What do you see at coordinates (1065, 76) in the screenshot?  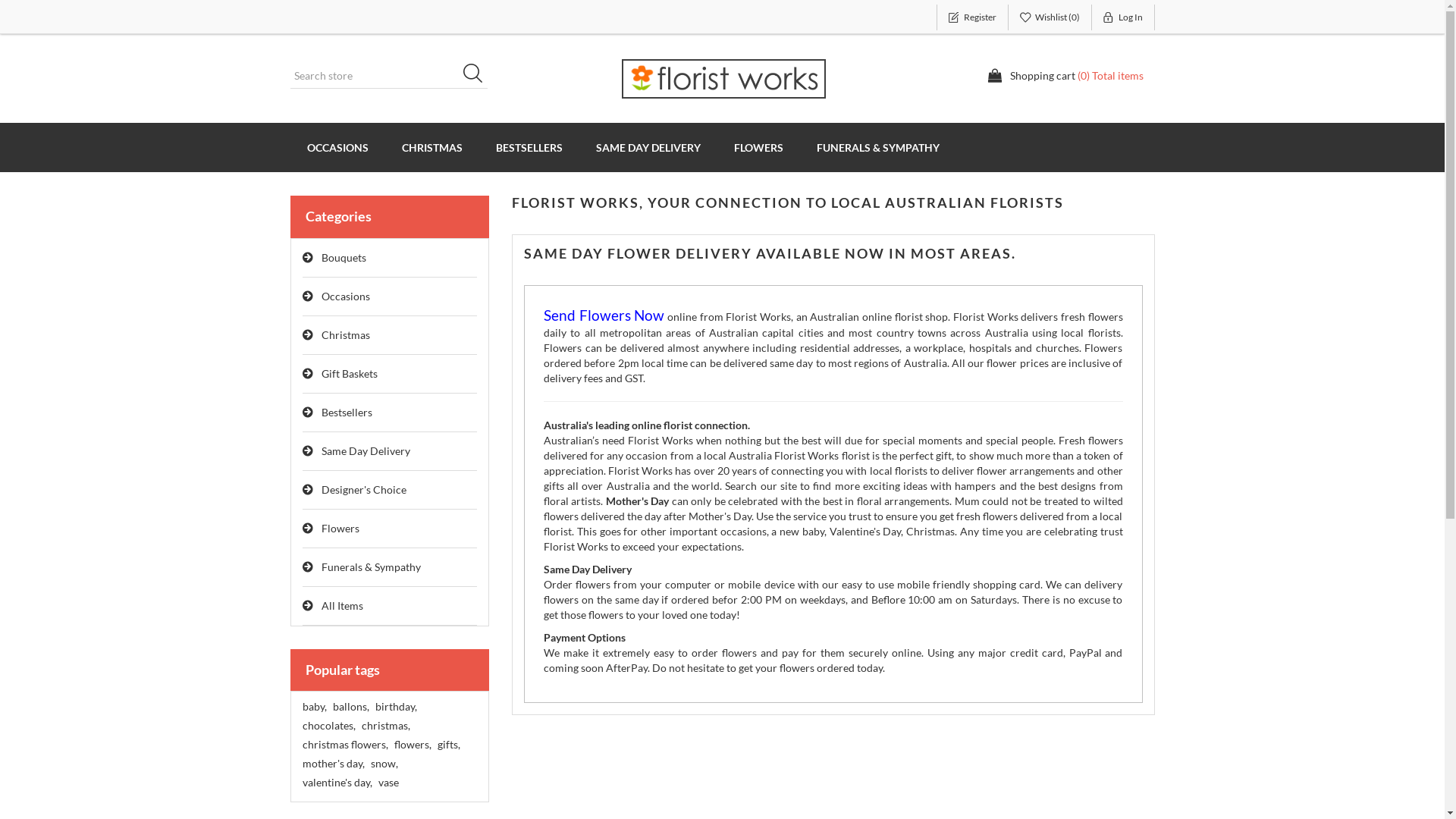 I see `'Shopping cart (0) Total items'` at bounding box center [1065, 76].